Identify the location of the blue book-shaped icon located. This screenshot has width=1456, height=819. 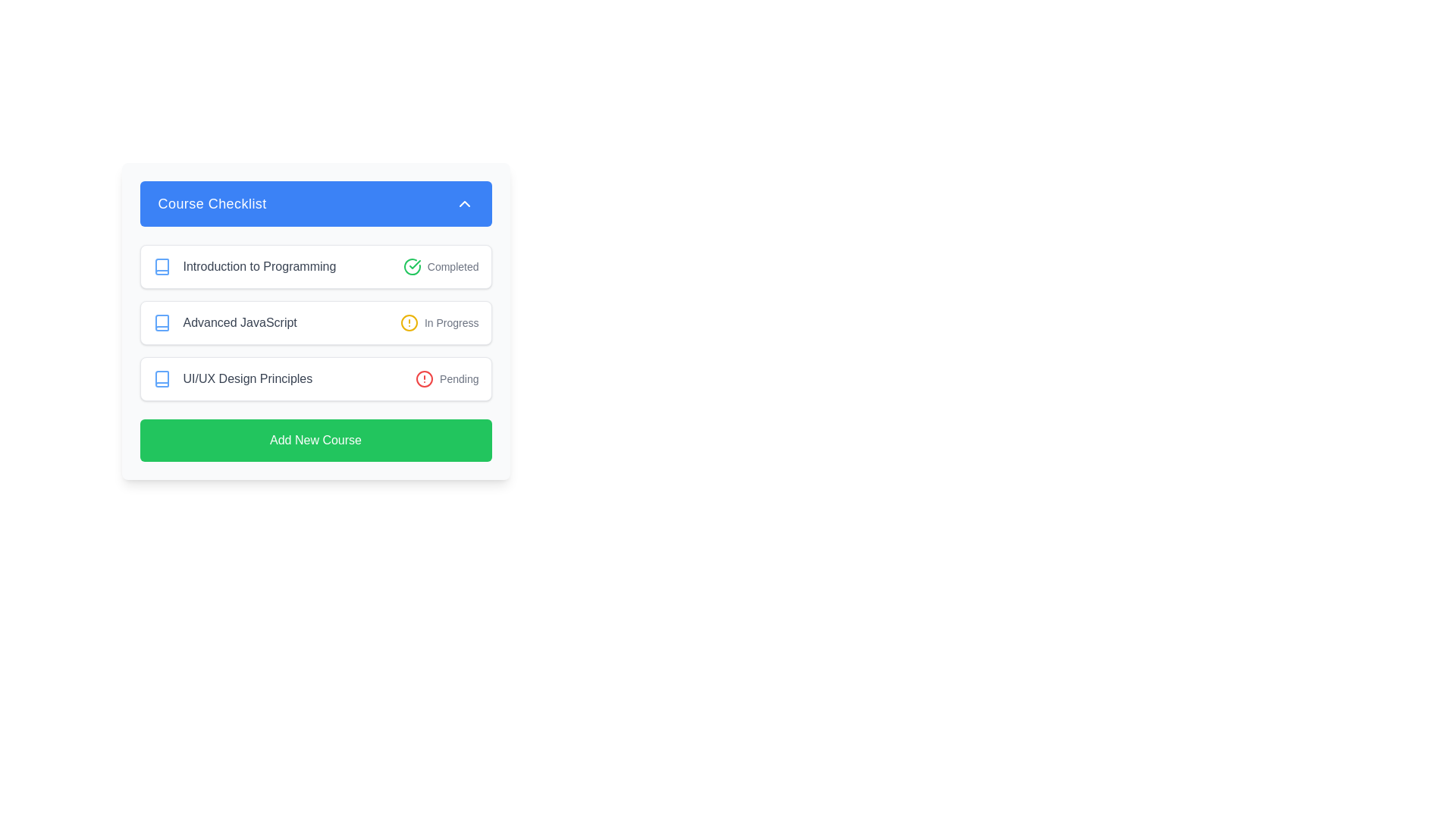
(162, 378).